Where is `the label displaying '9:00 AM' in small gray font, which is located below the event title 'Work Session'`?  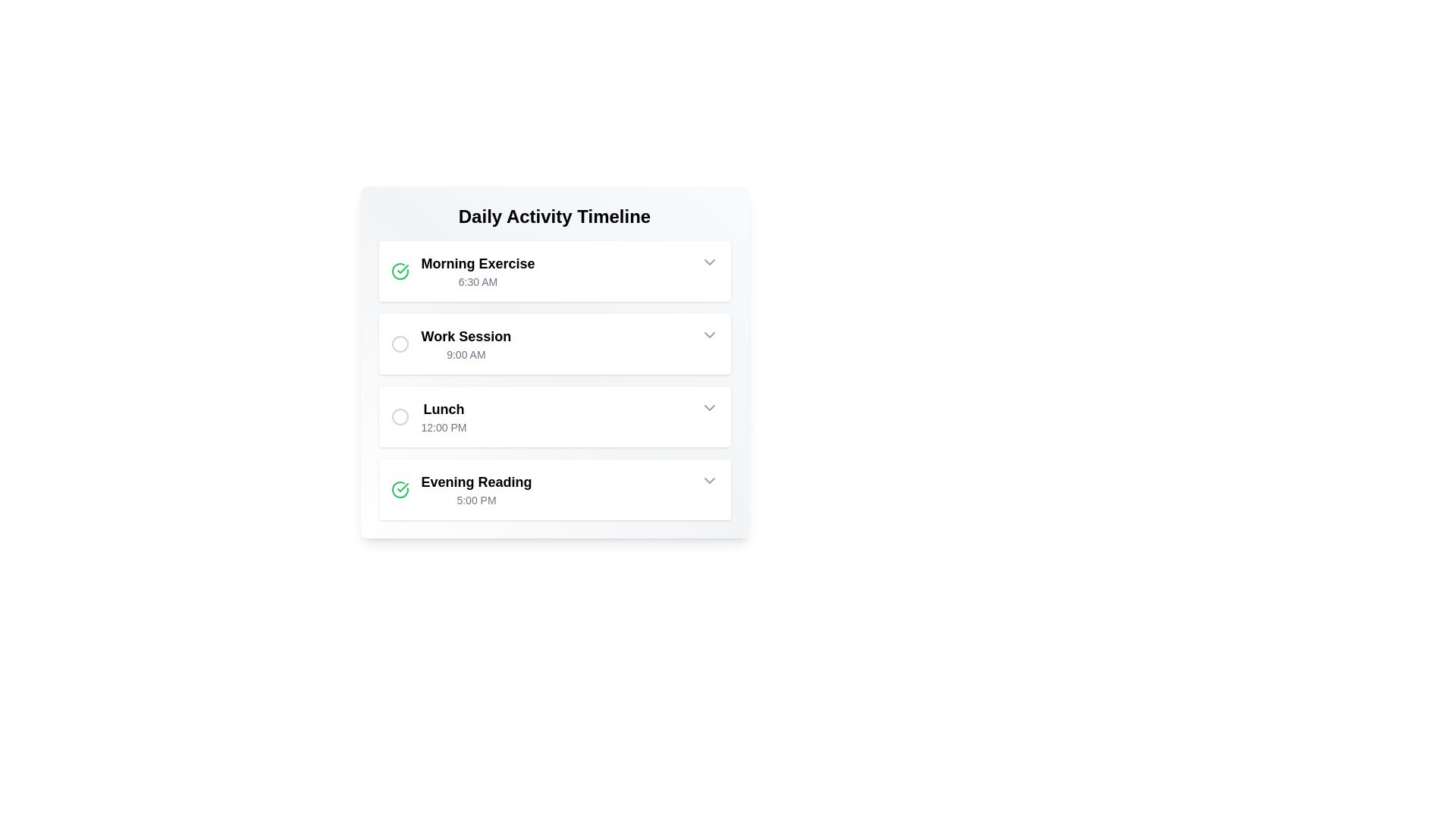 the label displaying '9:00 AM' in small gray font, which is located below the event title 'Work Session' is located at coordinates (465, 354).